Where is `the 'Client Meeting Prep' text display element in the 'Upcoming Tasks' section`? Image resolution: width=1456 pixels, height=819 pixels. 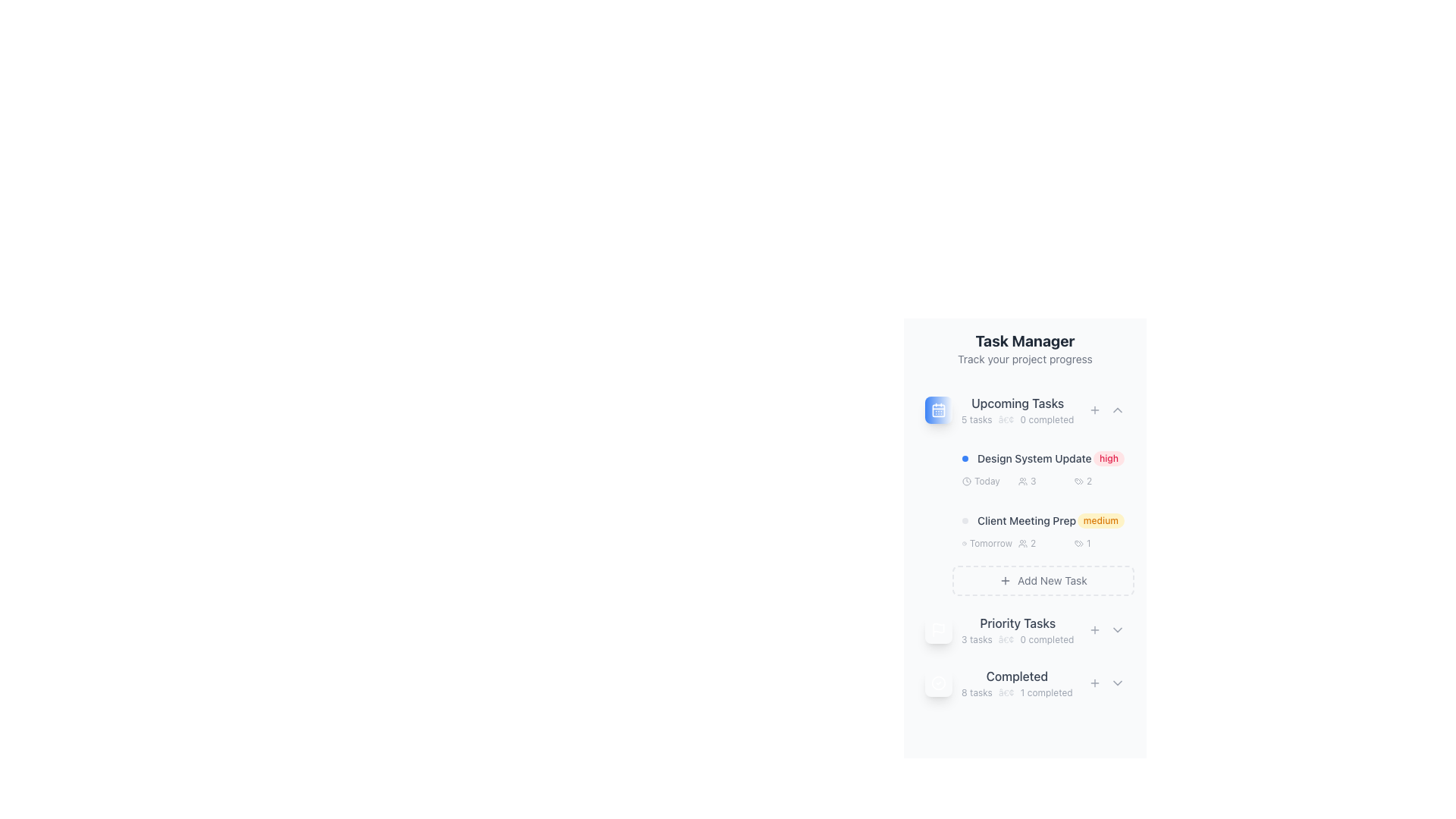 the 'Client Meeting Prep' text display element in the 'Upcoming Tasks' section is located at coordinates (1019, 519).